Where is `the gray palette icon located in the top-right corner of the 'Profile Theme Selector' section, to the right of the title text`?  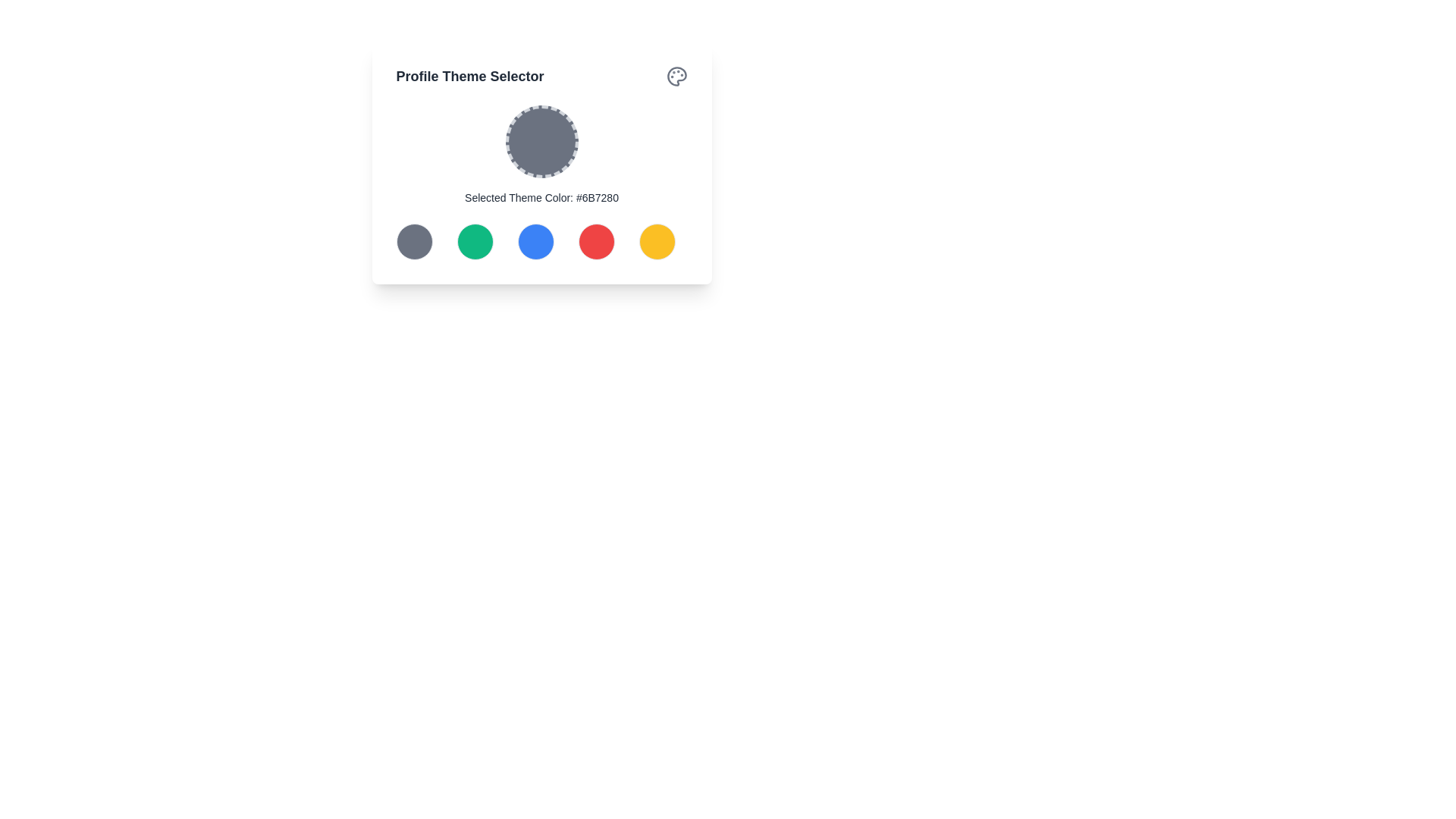 the gray palette icon located in the top-right corner of the 'Profile Theme Selector' section, to the right of the title text is located at coordinates (676, 76).